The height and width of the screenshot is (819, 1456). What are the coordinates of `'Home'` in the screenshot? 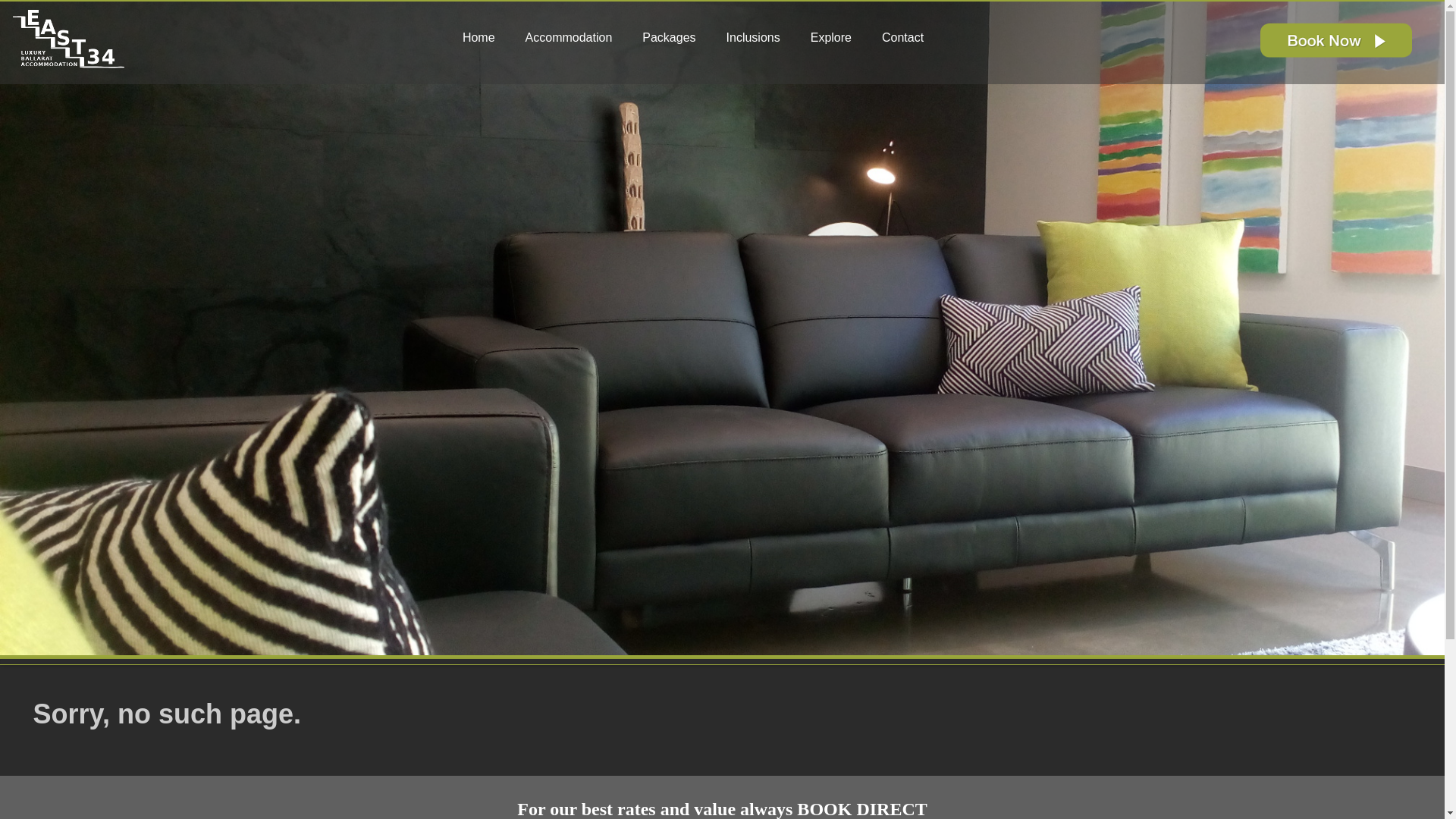 It's located at (484, 37).